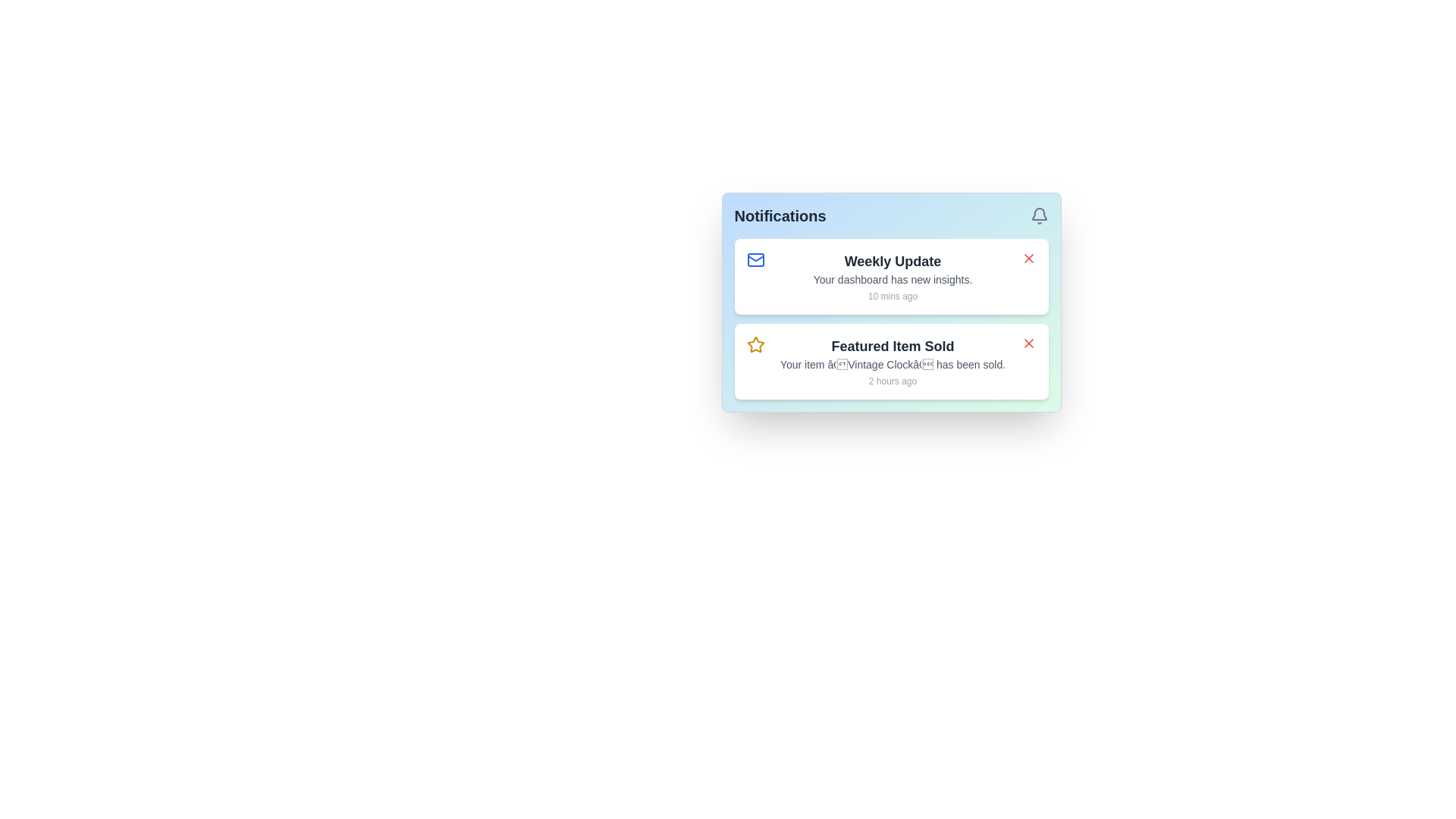  What do you see at coordinates (755, 345) in the screenshot?
I see `the star icon located at the top-left corner of the notification card, next to the title 'Featured Item Sold.'` at bounding box center [755, 345].